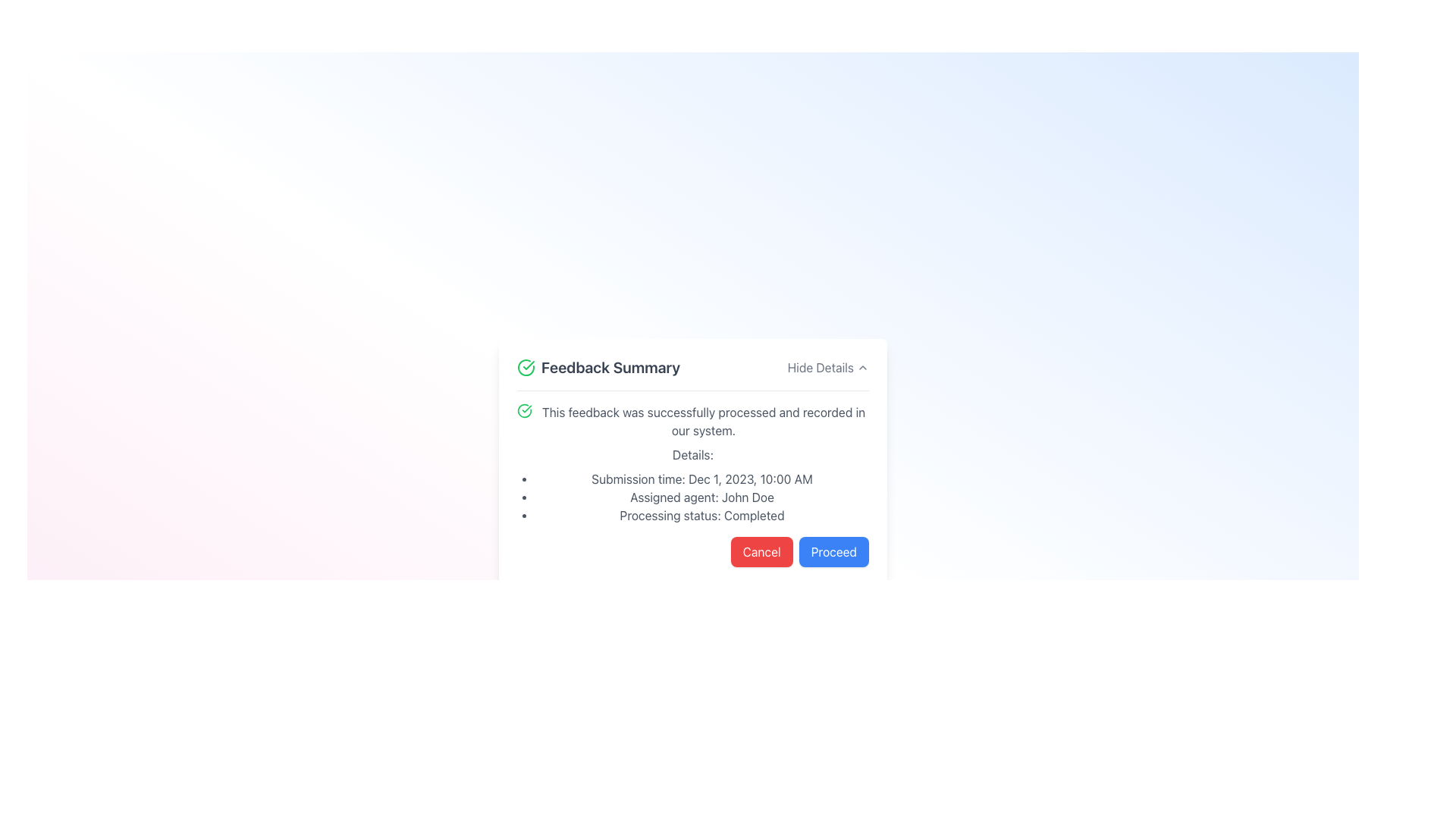 Image resolution: width=1456 pixels, height=819 pixels. Describe the element at coordinates (598, 367) in the screenshot. I see `the 'Feedback Summary' text element with a green circular checkmark icon, which is aligned horizontally and positioned at the top left of the feedback display card` at that location.